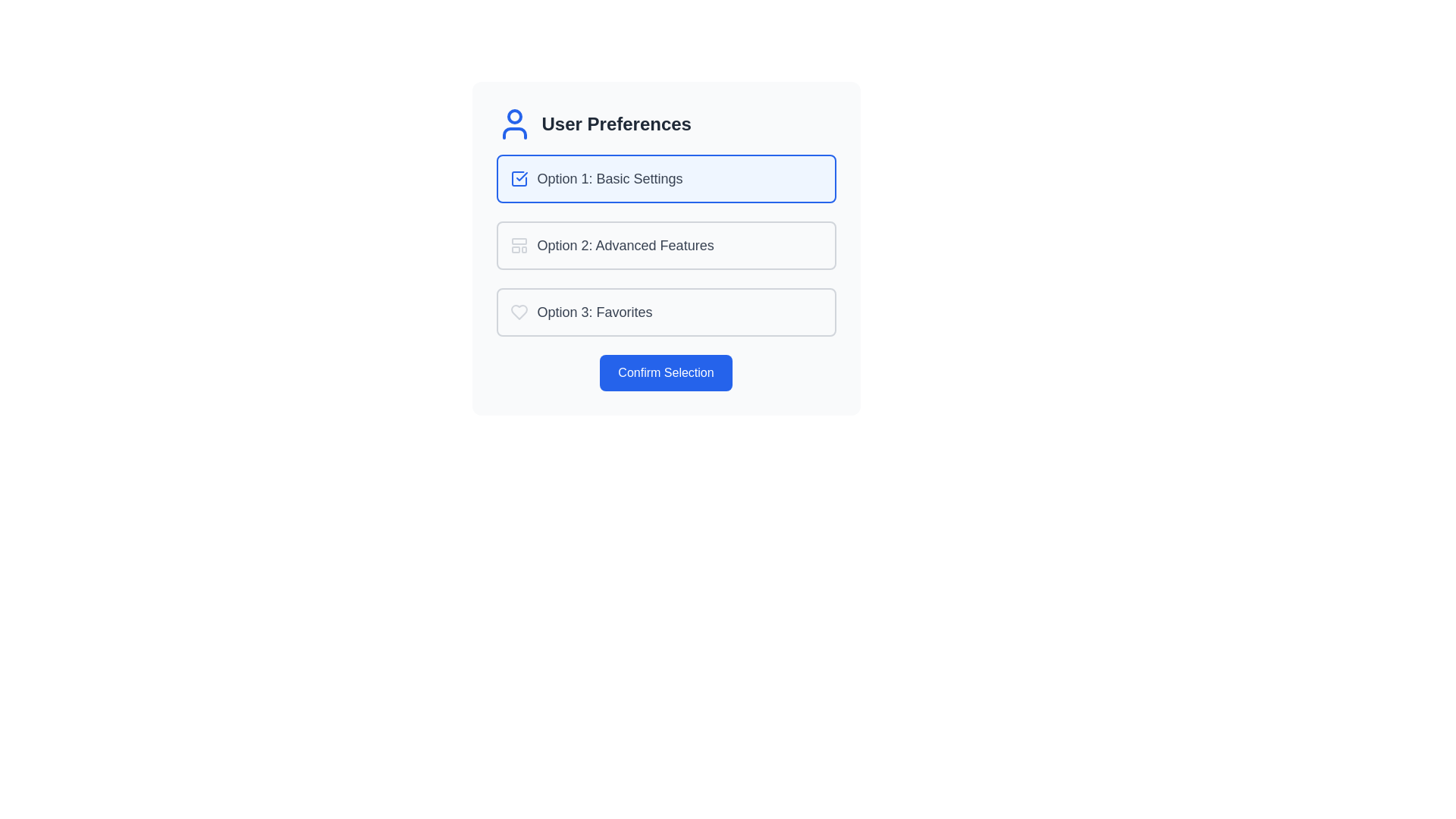 This screenshot has height=819, width=1456. What do you see at coordinates (514, 133) in the screenshot?
I see `the appearance of the lower curved part of the human-shaped icon within the 'User Preferences' interface, located in the upper-left area of the central card` at bounding box center [514, 133].